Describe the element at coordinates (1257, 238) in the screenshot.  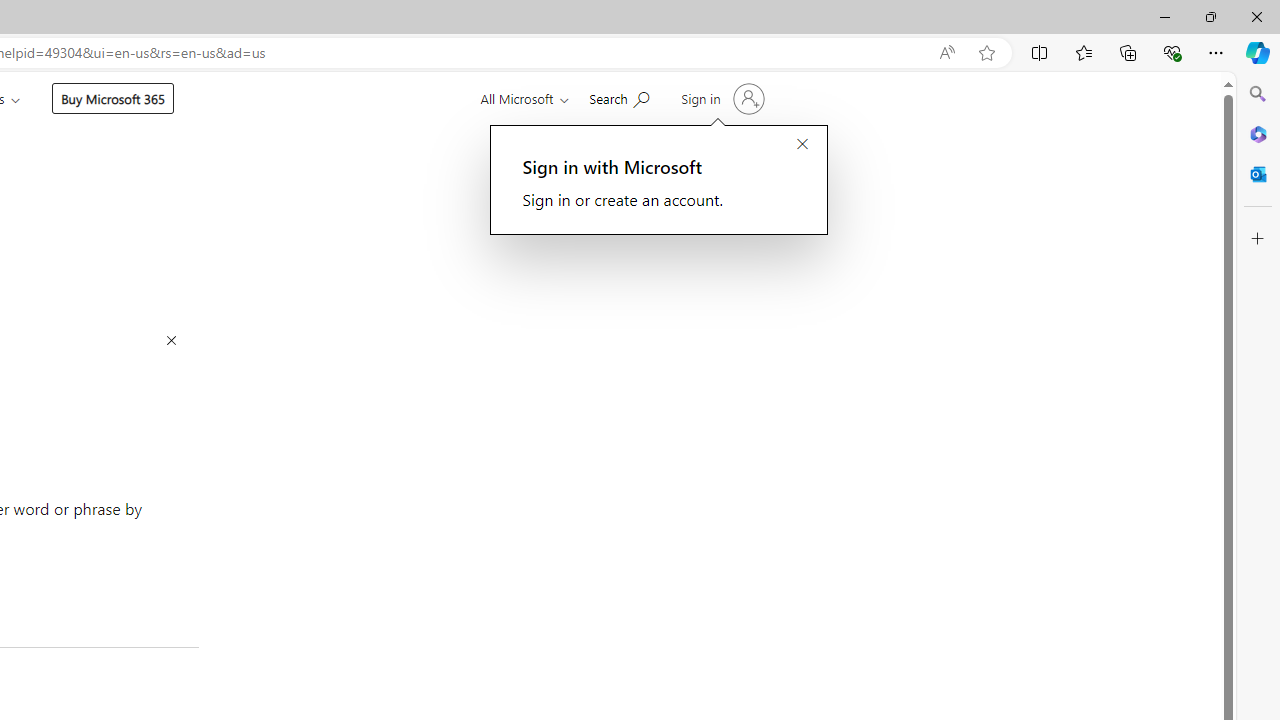
I see `'Customize'` at that location.